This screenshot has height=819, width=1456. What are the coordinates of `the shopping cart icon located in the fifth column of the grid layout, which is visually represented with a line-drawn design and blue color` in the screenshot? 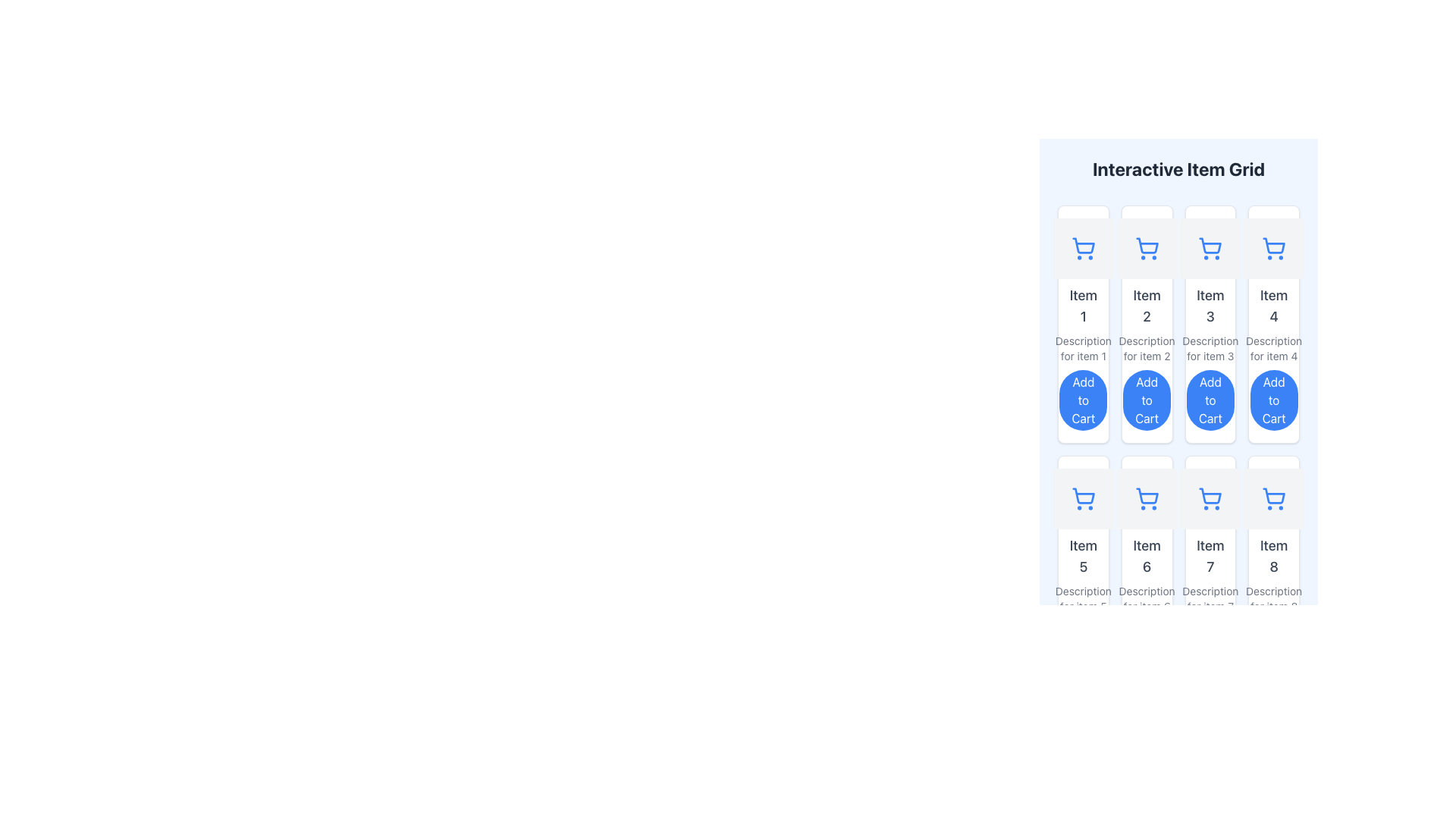 It's located at (1083, 496).